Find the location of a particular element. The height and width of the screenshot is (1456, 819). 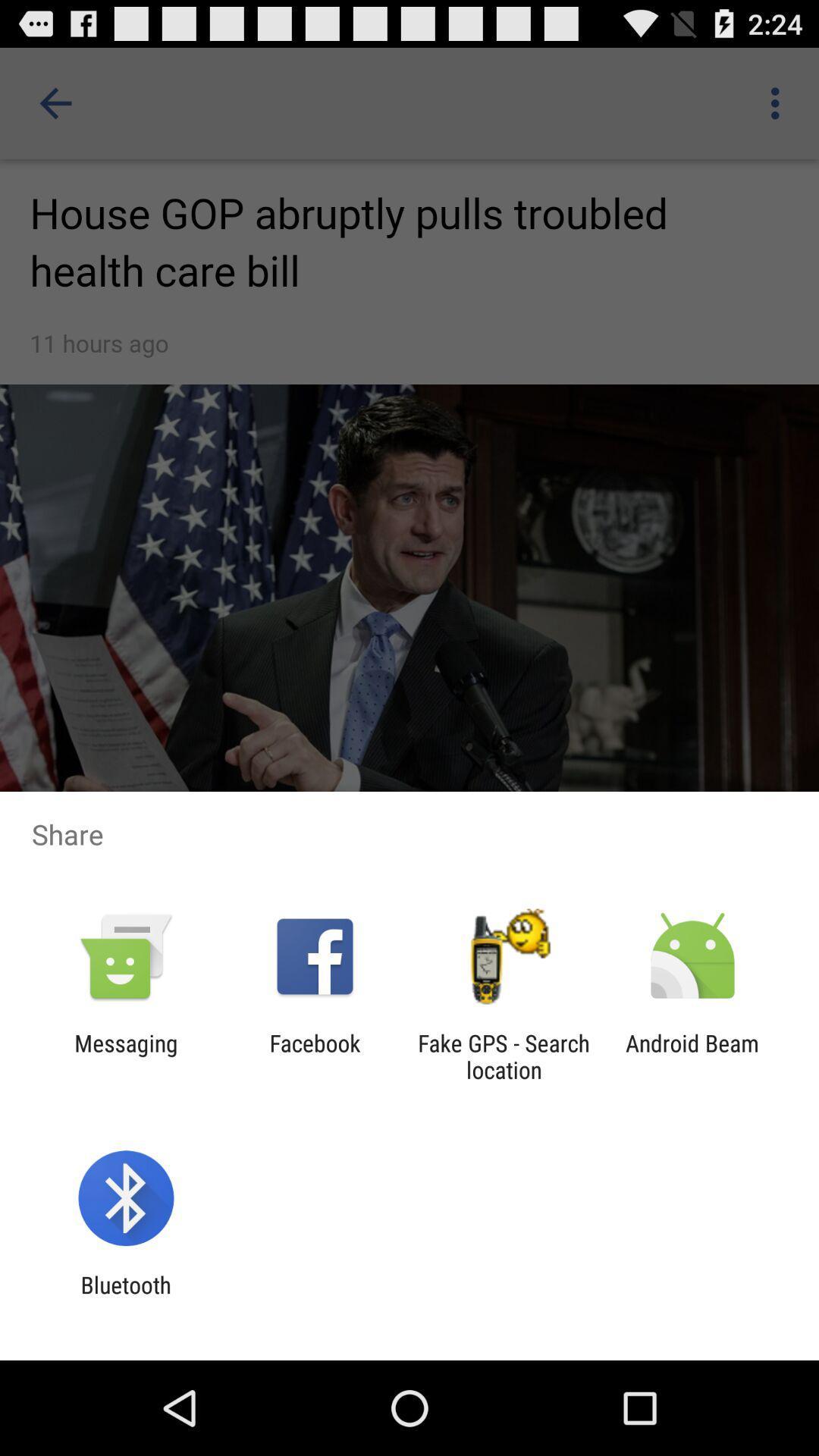

the icon to the left of android beam app is located at coordinates (504, 1056).